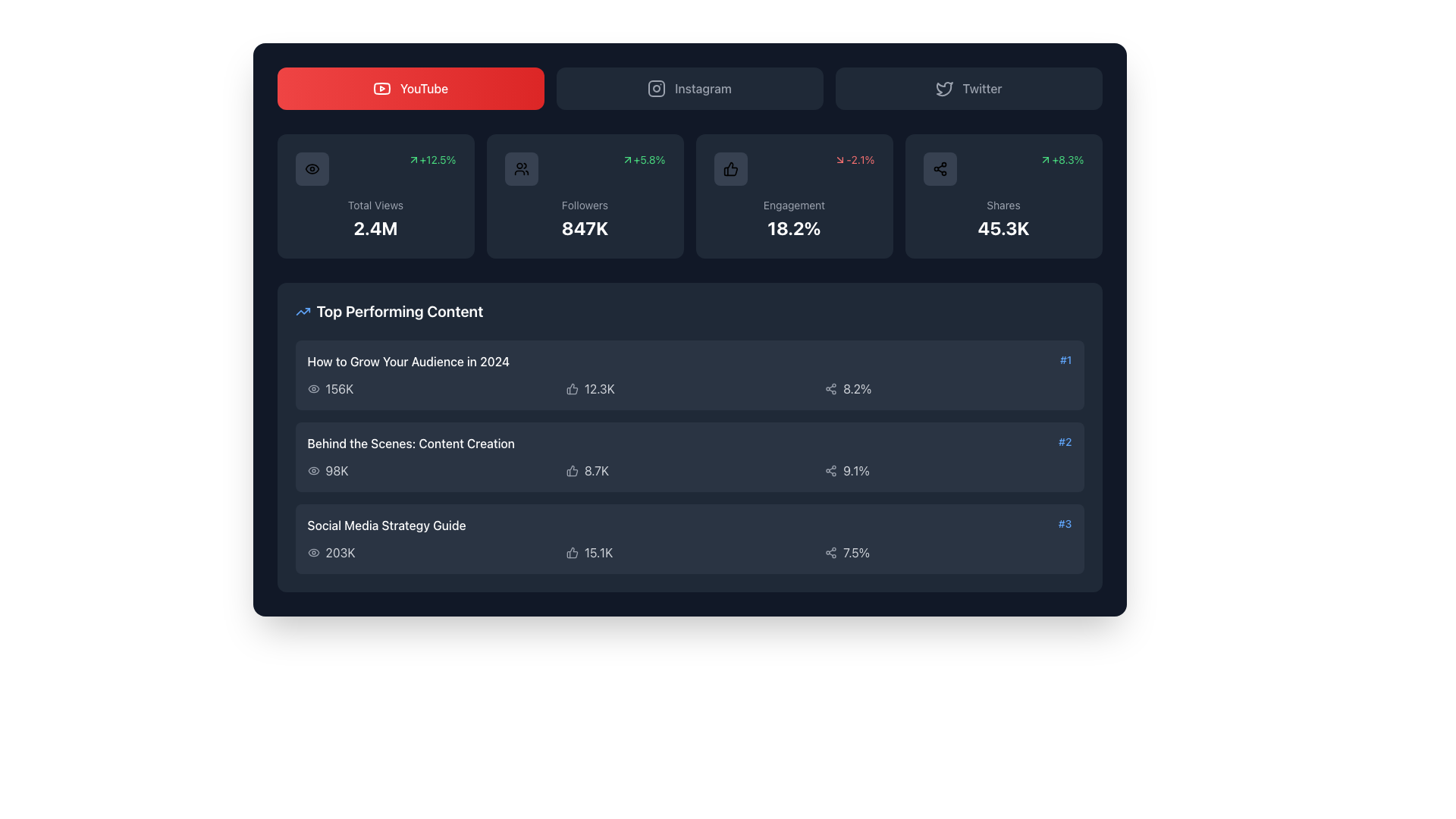  What do you see at coordinates (312, 388) in the screenshot?
I see `the 'views' icon located in the first row under 'Top Performing Content', positioned to the left of the numerical text '156K'` at bounding box center [312, 388].